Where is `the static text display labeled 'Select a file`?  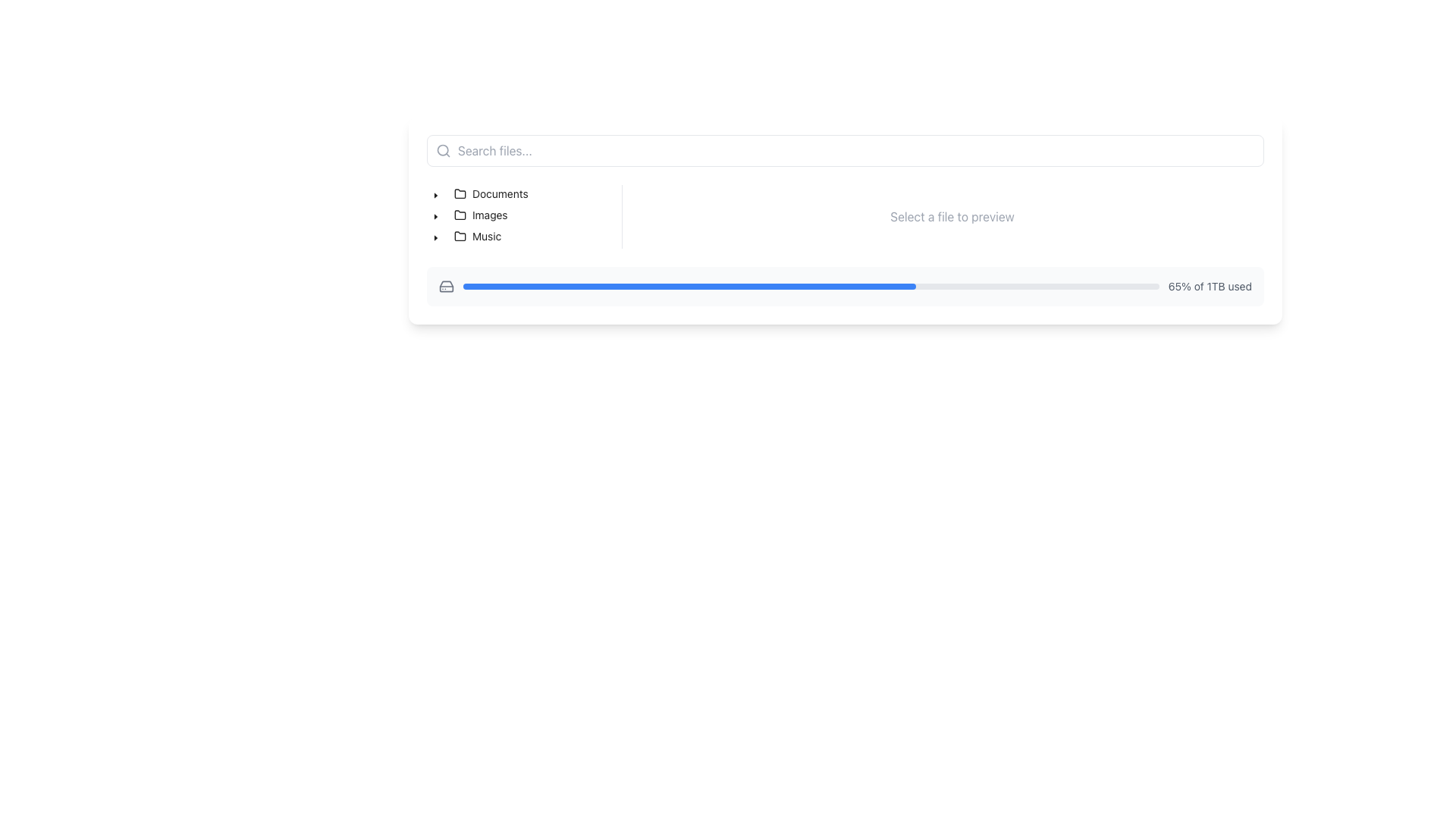
the static text display labeled 'Select a file is located at coordinates (952, 216).